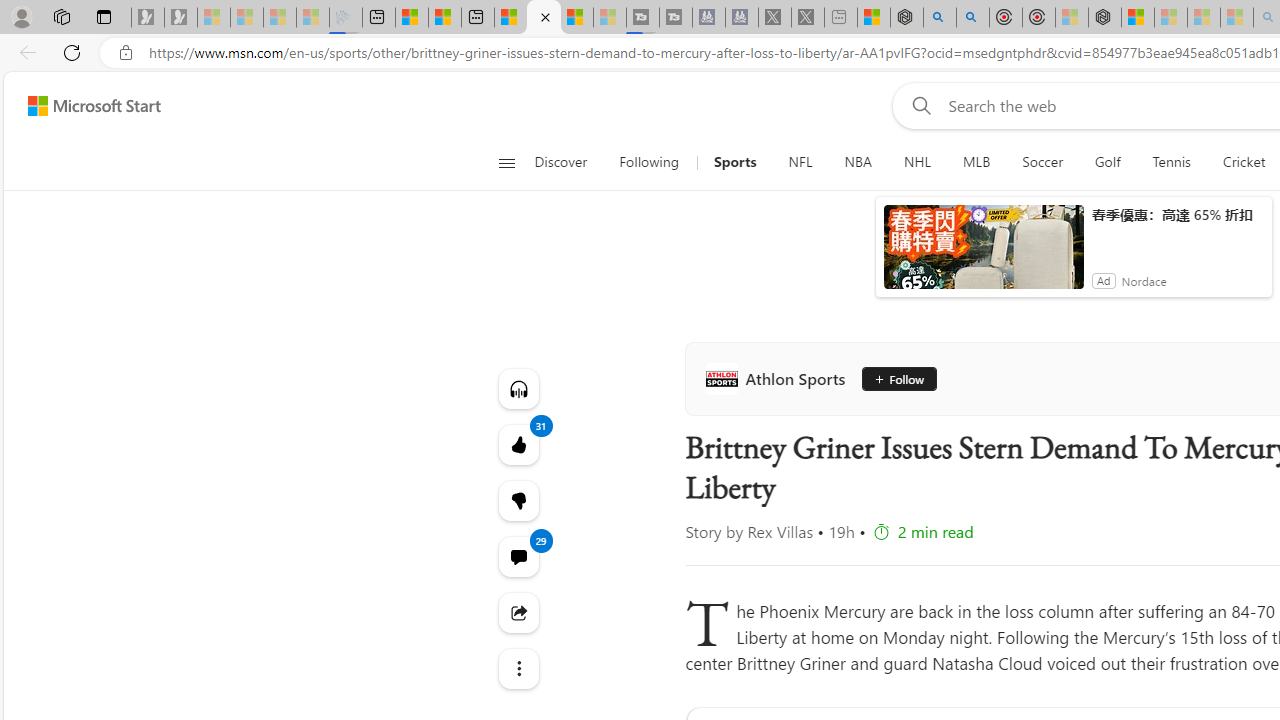  Describe the element at coordinates (518, 500) in the screenshot. I see `'Dislike'` at that location.